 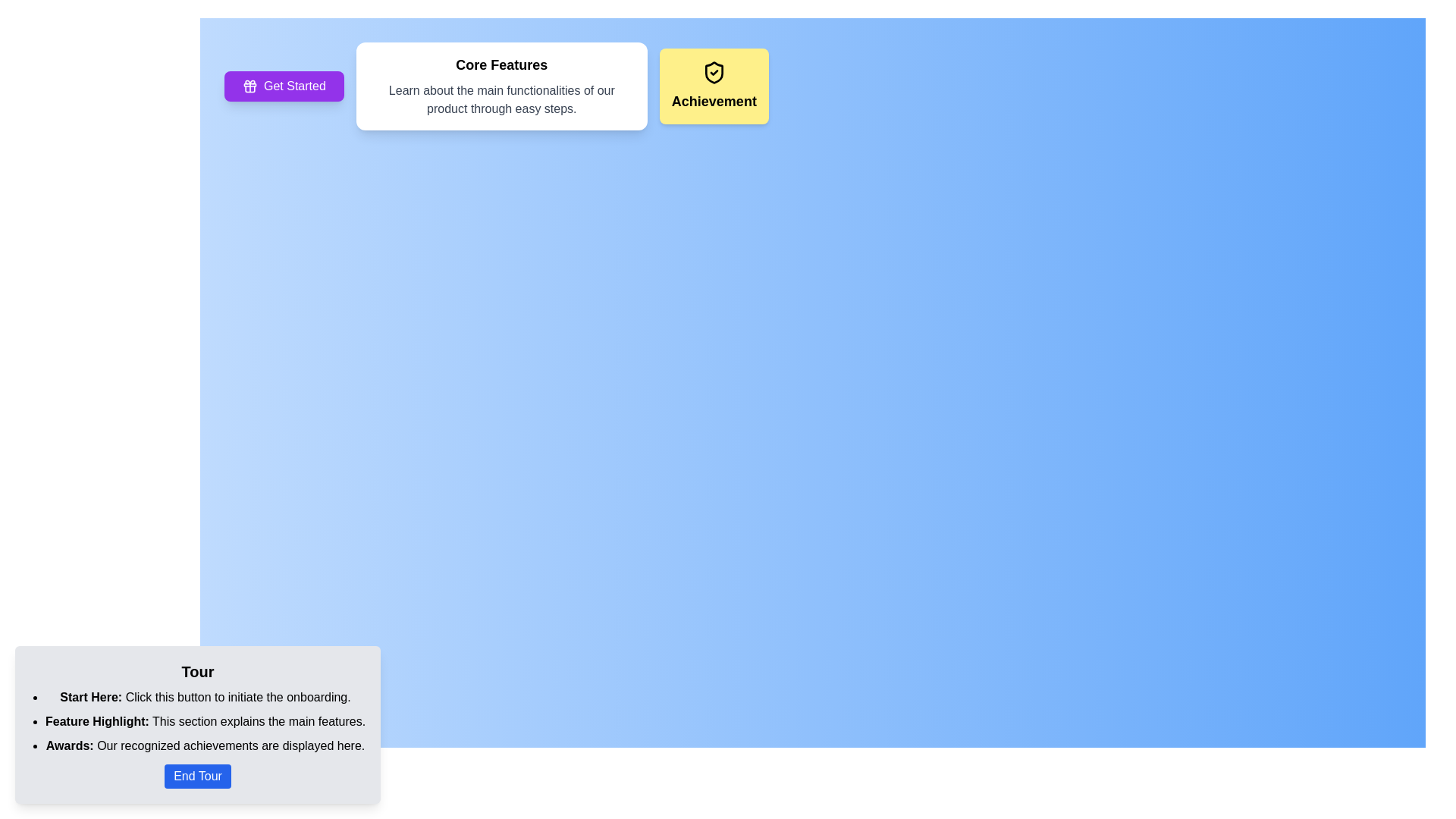 What do you see at coordinates (90, 697) in the screenshot?
I see `the Text Label that introduces the first item in the list within the 'Tour' informational box, located at the top-left corner of the description list` at bounding box center [90, 697].